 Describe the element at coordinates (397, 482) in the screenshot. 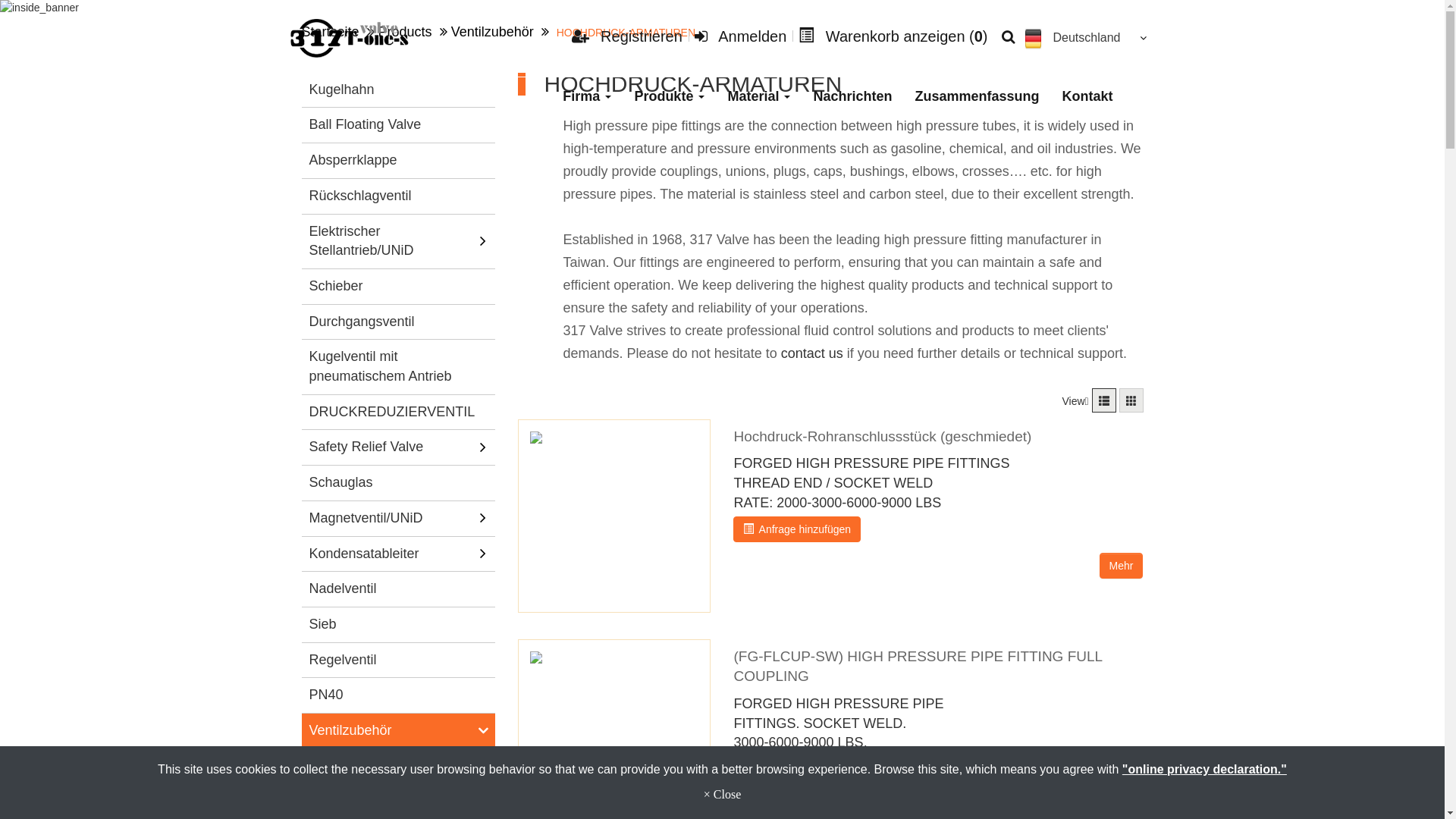

I see `'Schauglas'` at that location.